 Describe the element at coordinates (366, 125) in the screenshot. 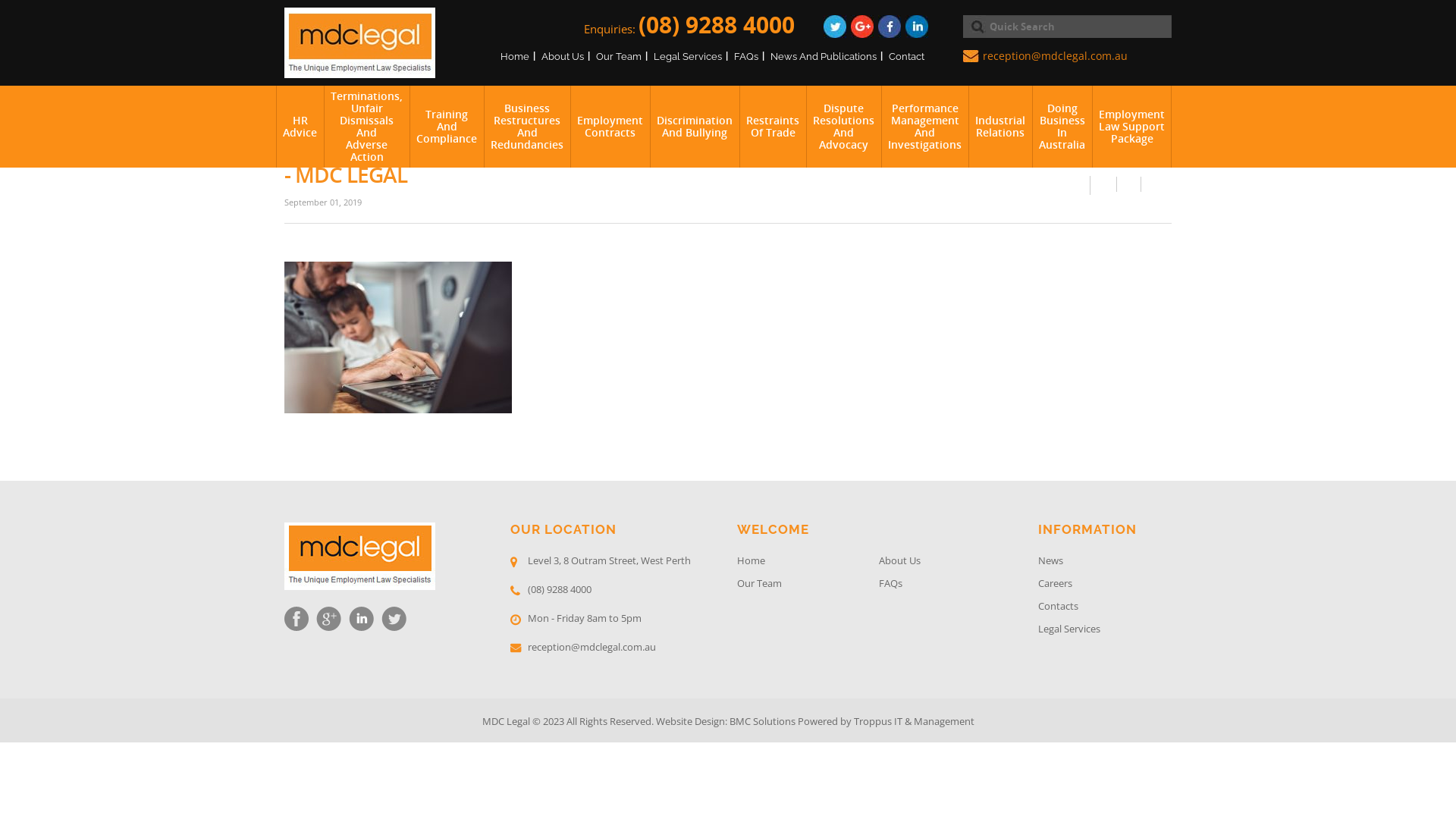

I see `'Terminations,` at that location.